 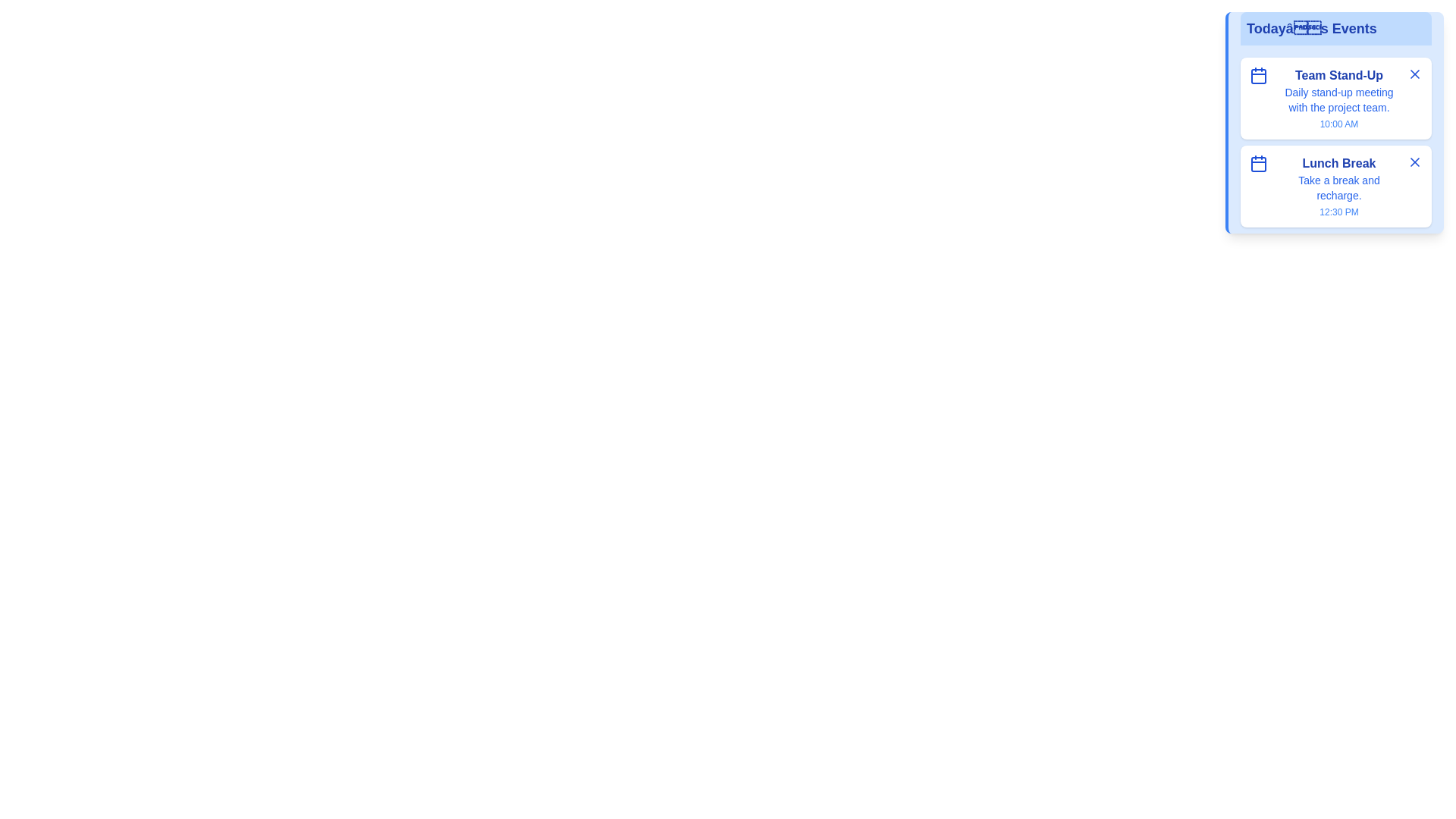 What do you see at coordinates (1335, 186) in the screenshot?
I see `the event titled 'Lunch Break' to observe hover effects` at bounding box center [1335, 186].